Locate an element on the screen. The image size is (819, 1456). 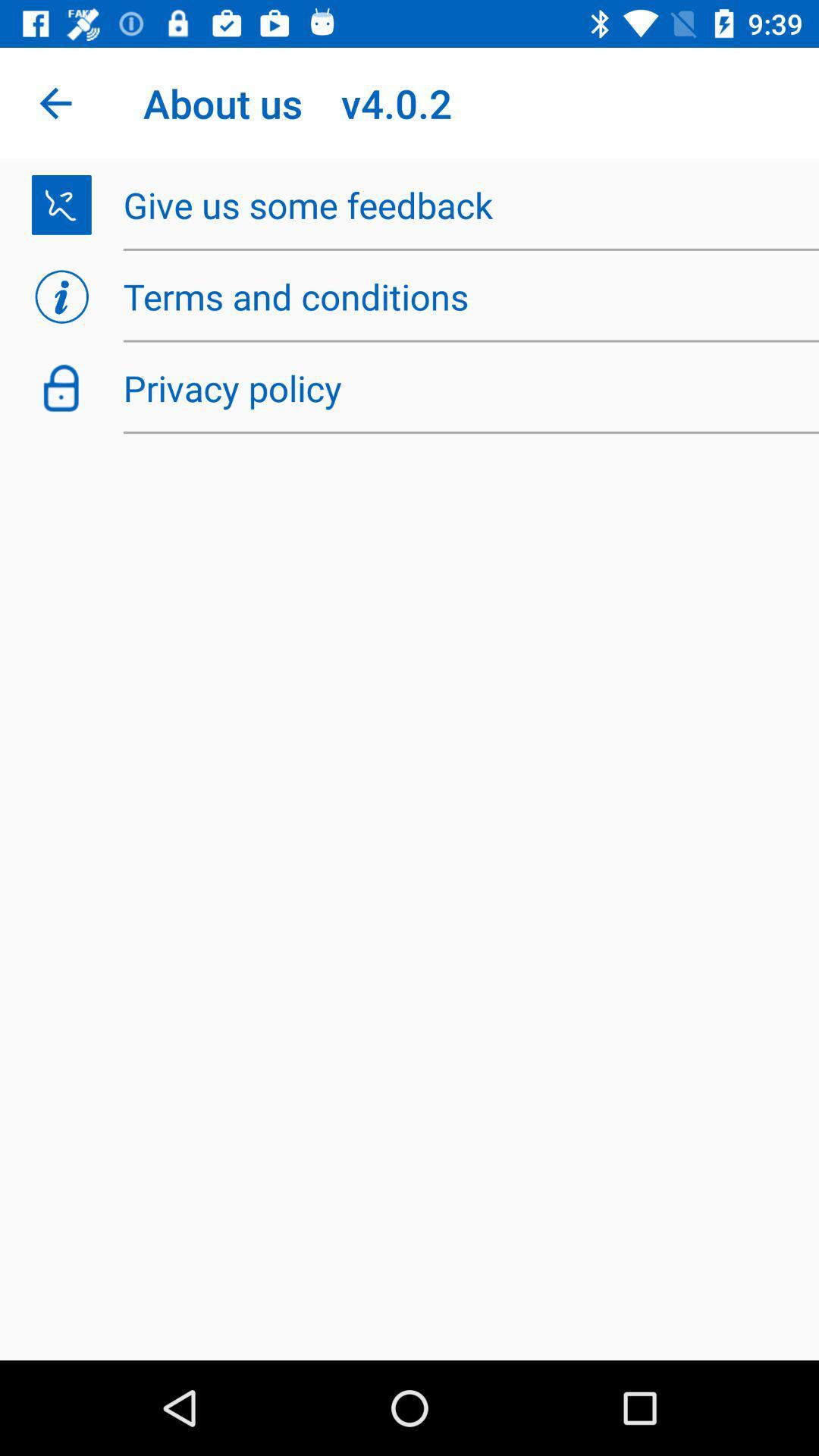
the privacy policy item is located at coordinates (462, 388).